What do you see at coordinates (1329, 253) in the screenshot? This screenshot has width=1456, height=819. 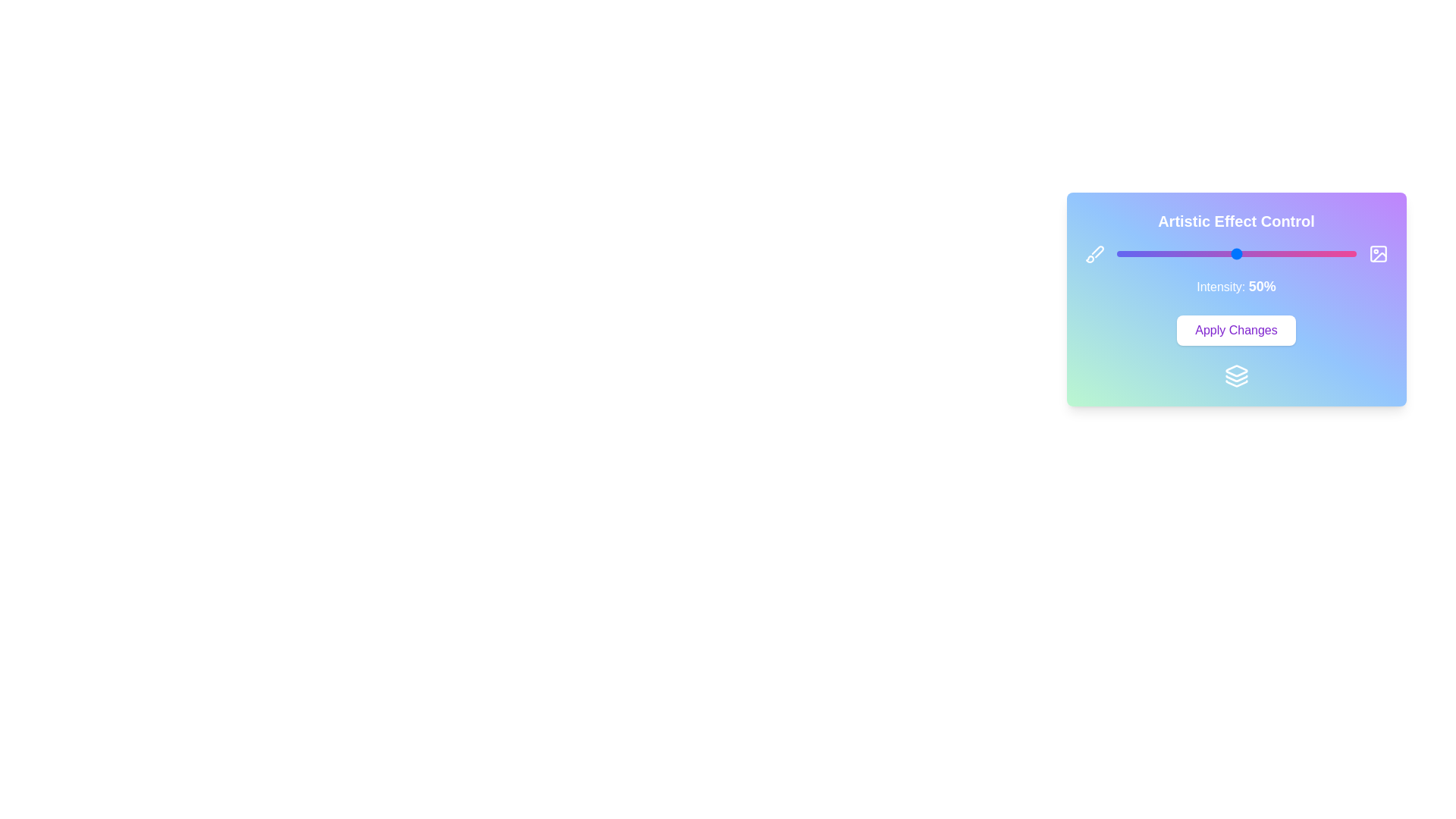 I see `the slider to set the intensity to 89%` at bounding box center [1329, 253].